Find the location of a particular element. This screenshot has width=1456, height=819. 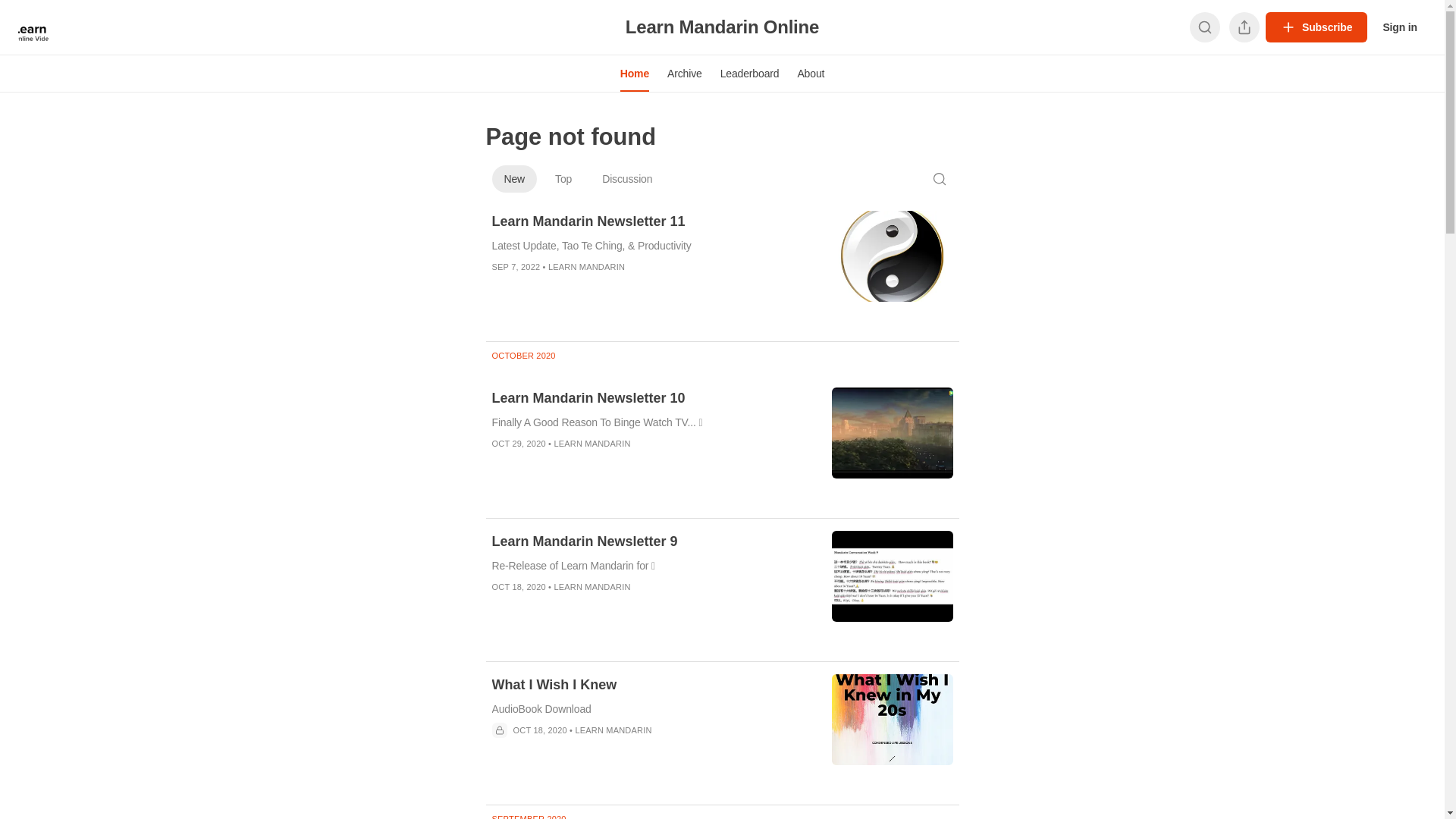

'Archive' is located at coordinates (683, 73).